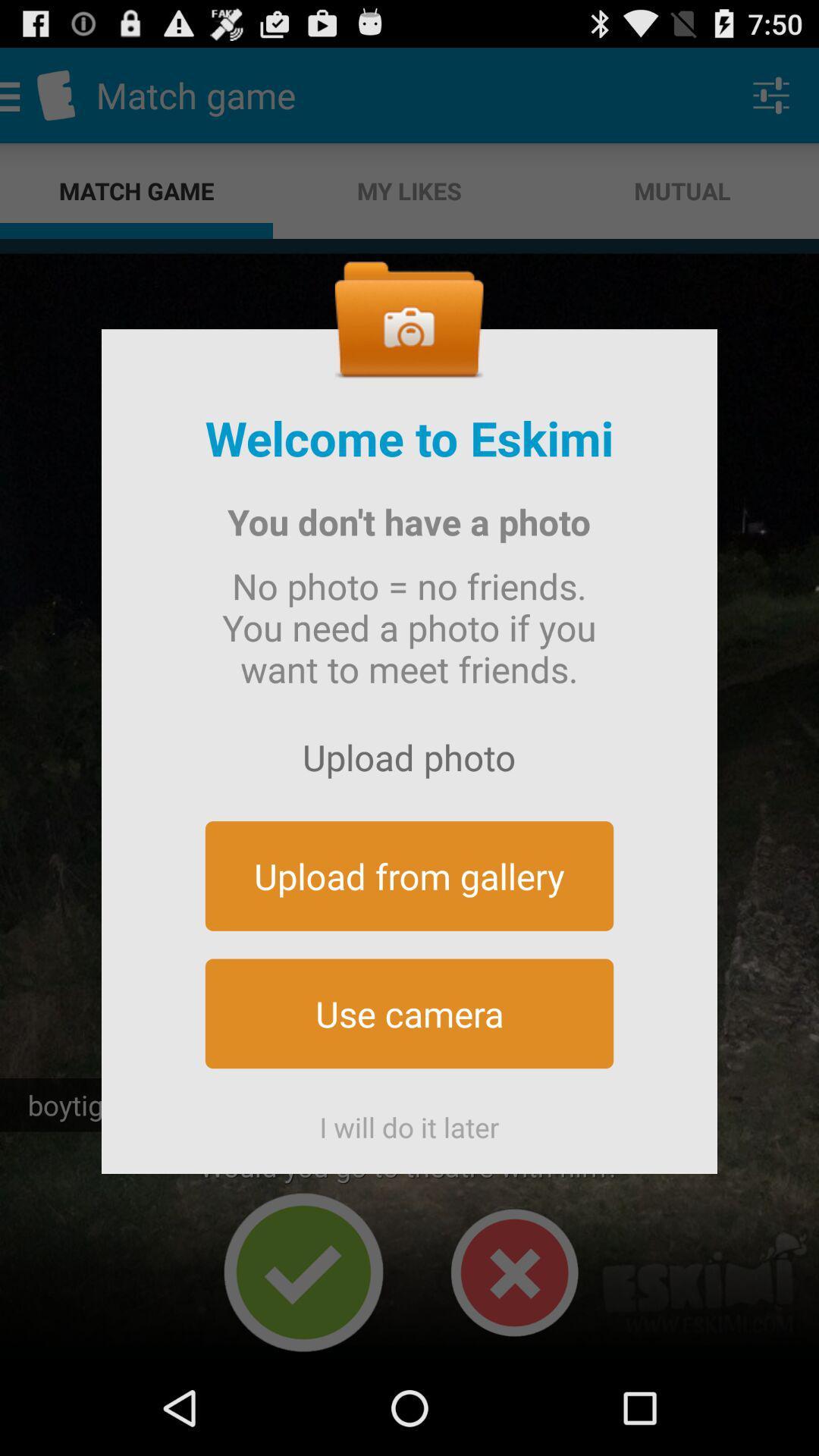 The width and height of the screenshot is (819, 1456). Describe the element at coordinates (409, 1013) in the screenshot. I see `the app above the i will do item` at that location.